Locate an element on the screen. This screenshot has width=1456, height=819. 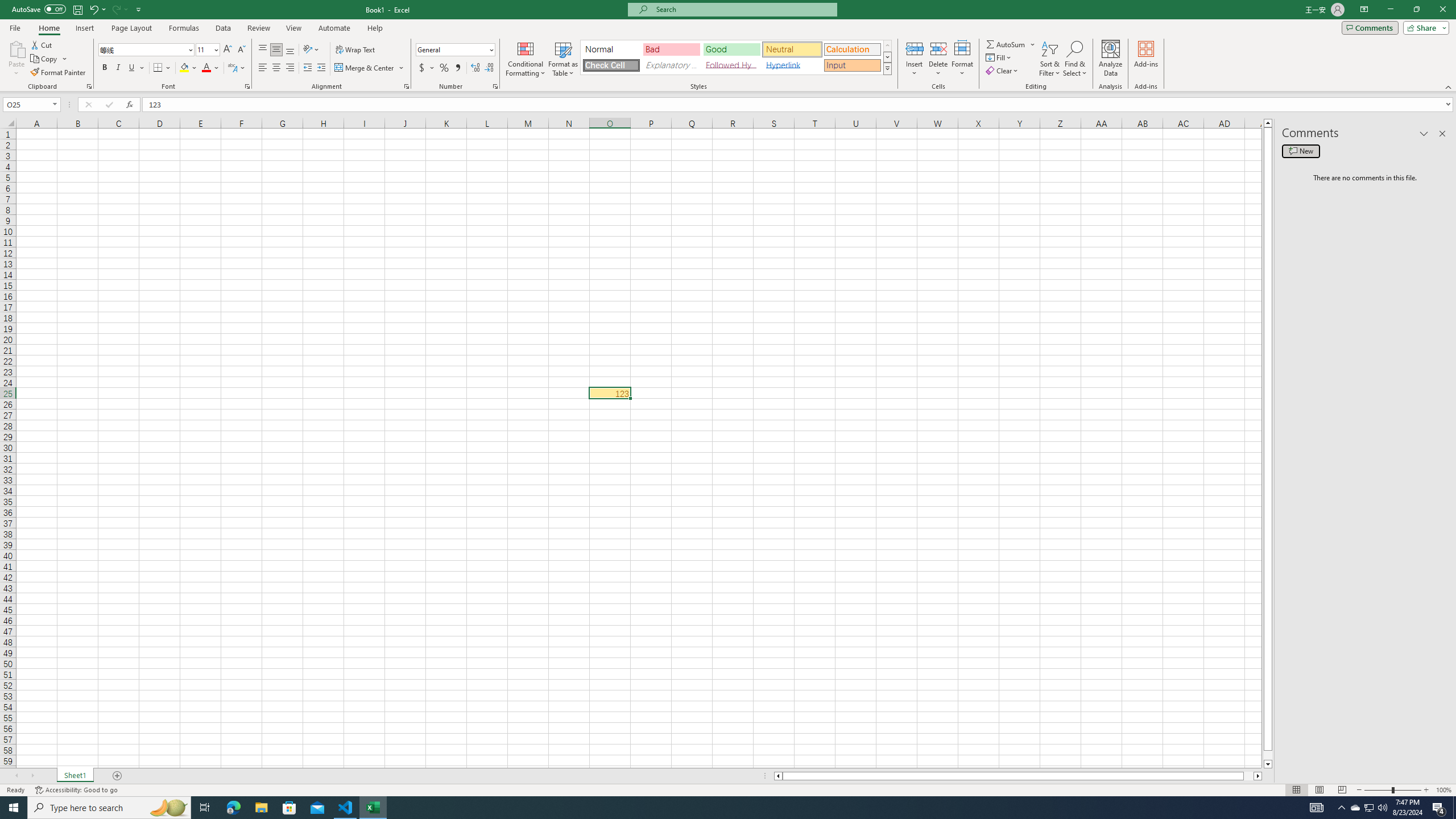
'Bottom Align' is located at coordinates (289, 49).